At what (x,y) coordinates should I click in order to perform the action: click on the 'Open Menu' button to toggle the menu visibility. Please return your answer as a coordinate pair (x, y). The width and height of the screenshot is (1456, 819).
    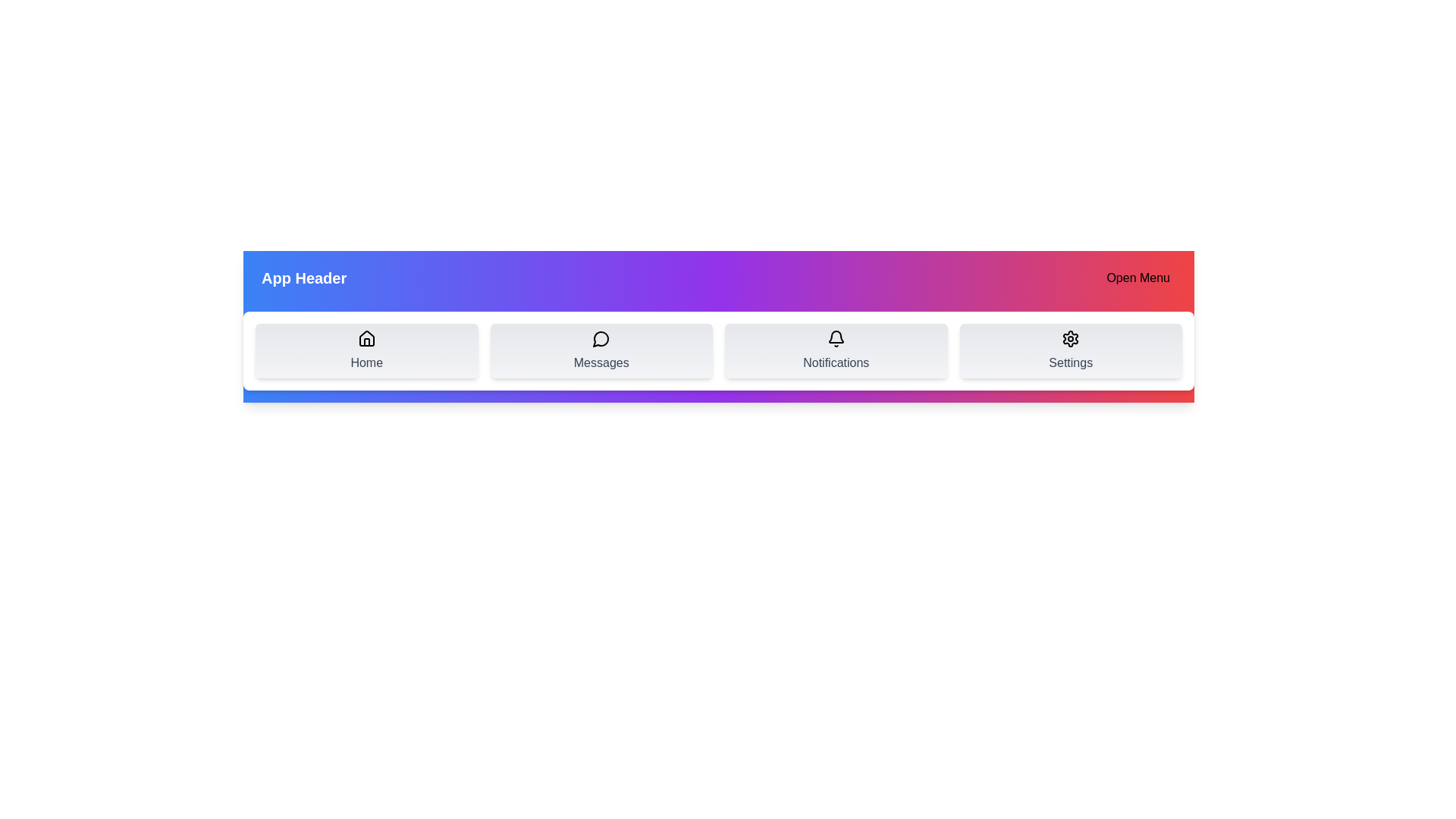
    Looking at the image, I should click on (1138, 278).